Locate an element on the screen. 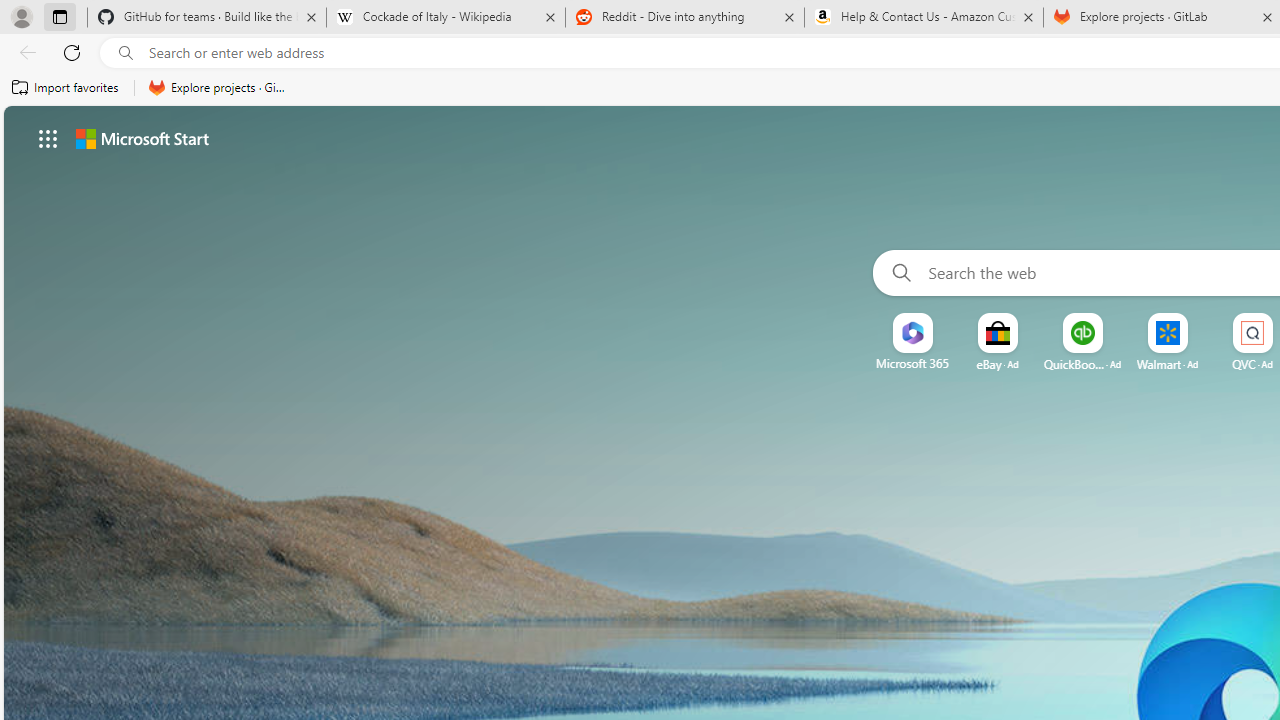 This screenshot has width=1280, height=720. 'Help & Contact Us - Amazon Customer Service' is located at coordinates (923, 17).